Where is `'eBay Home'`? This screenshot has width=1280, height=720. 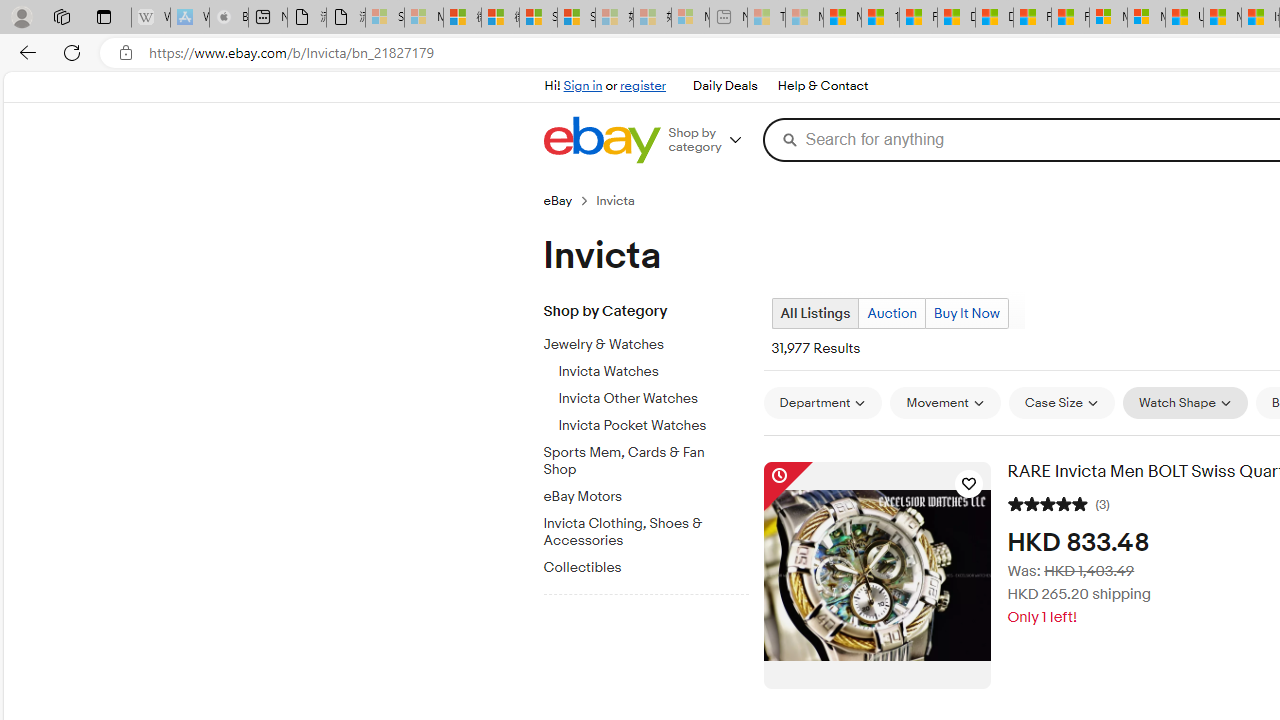
'eBay Home' is located at coordinates (600, 139).